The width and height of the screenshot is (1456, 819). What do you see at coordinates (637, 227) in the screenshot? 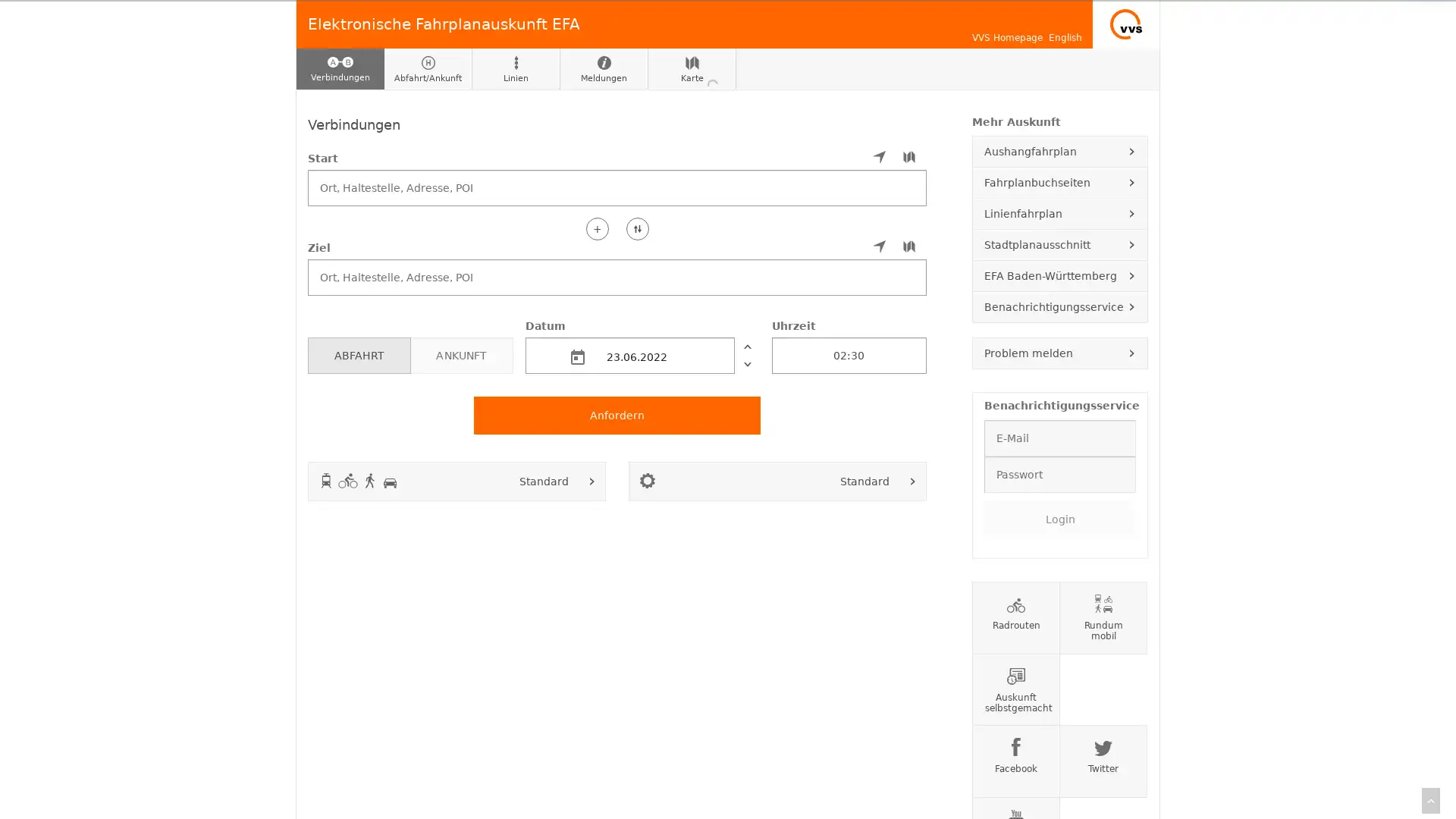
I see `Start und Ziel tauschen` at bounding box center [637, 227].